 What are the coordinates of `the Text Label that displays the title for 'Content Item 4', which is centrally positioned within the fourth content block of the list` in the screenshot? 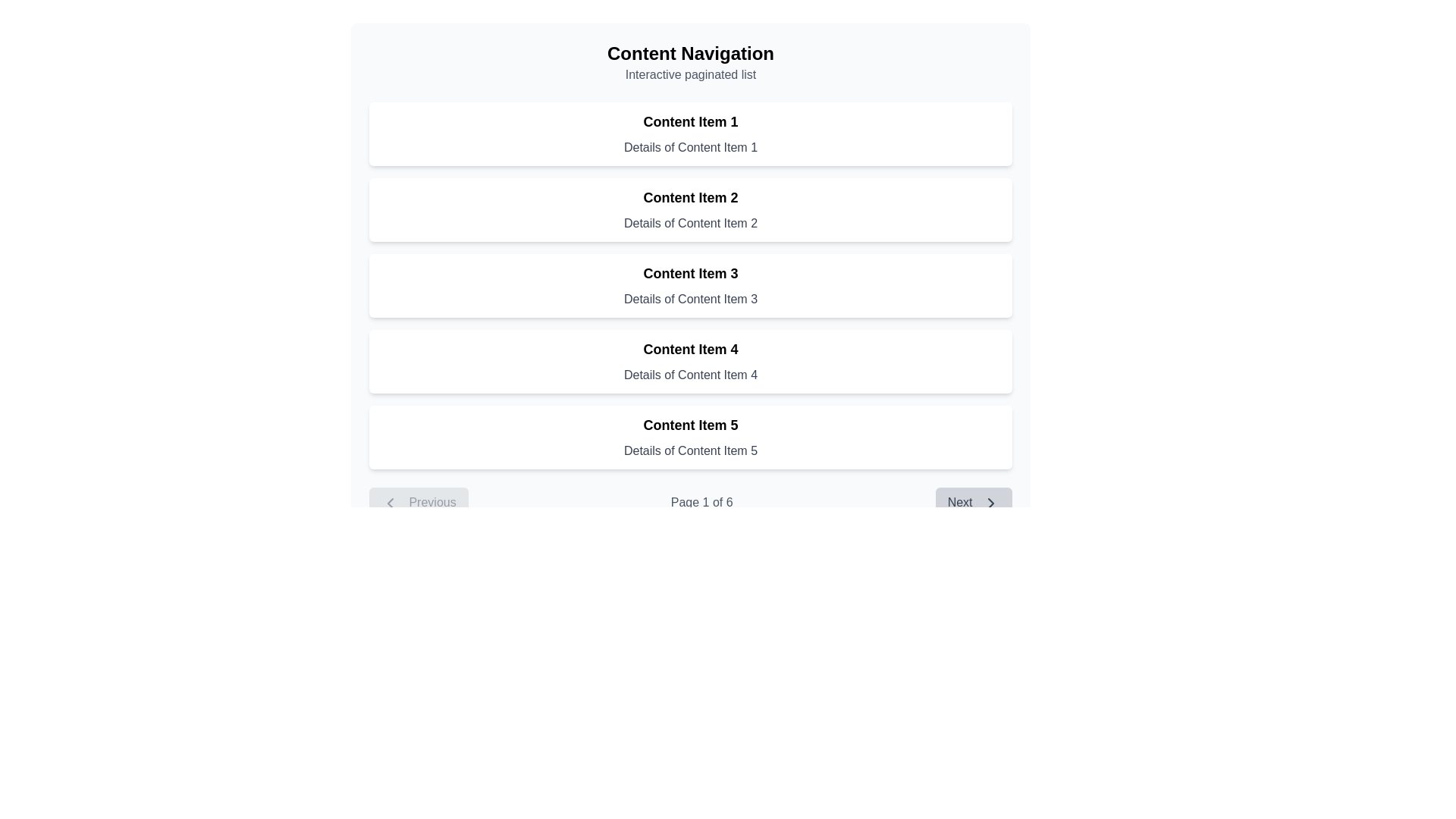 It's located at (690, 350).